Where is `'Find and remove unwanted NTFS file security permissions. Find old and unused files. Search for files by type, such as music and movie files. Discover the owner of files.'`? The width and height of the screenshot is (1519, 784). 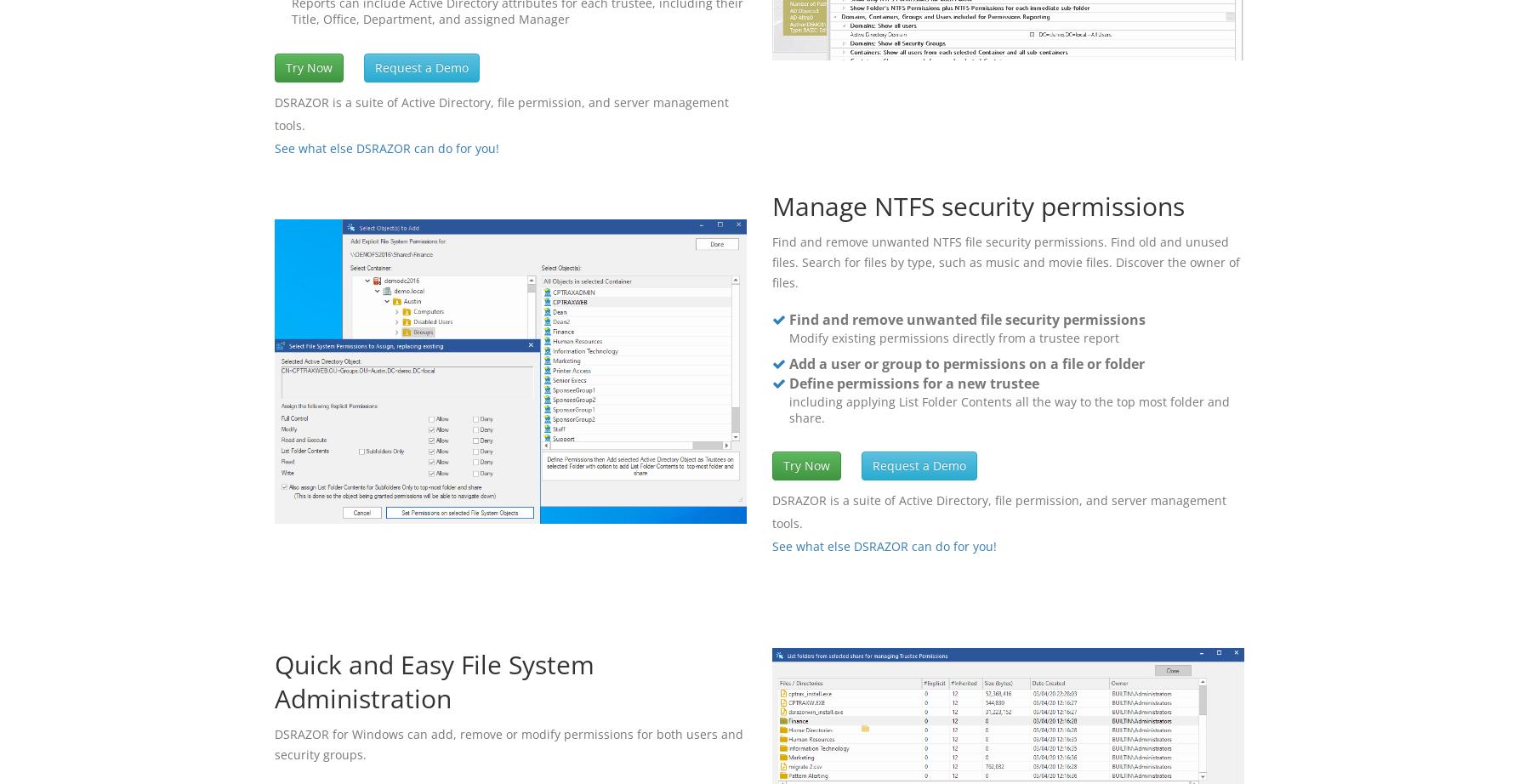
'Find and remove unwanted NTFS file security permissions. Find old and unused files. Search for files by type, such as music and movie files. Discover the owner of files.' is located at coordinates (1005, 260).